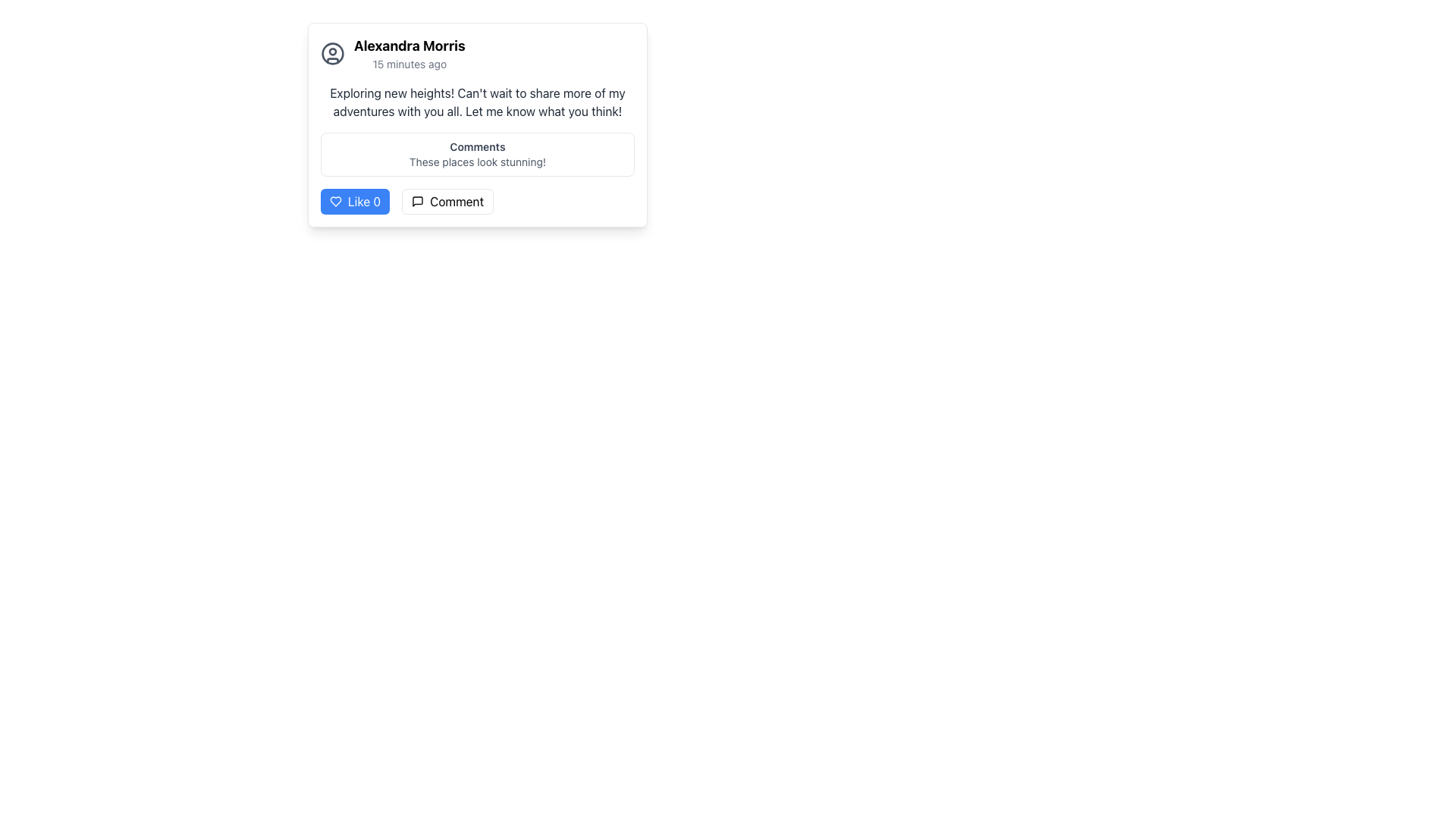 The image size is (1456, 819). I want to click on the text label displaying 'Alexandra Morris' located in the profile header, so click(409, 52).